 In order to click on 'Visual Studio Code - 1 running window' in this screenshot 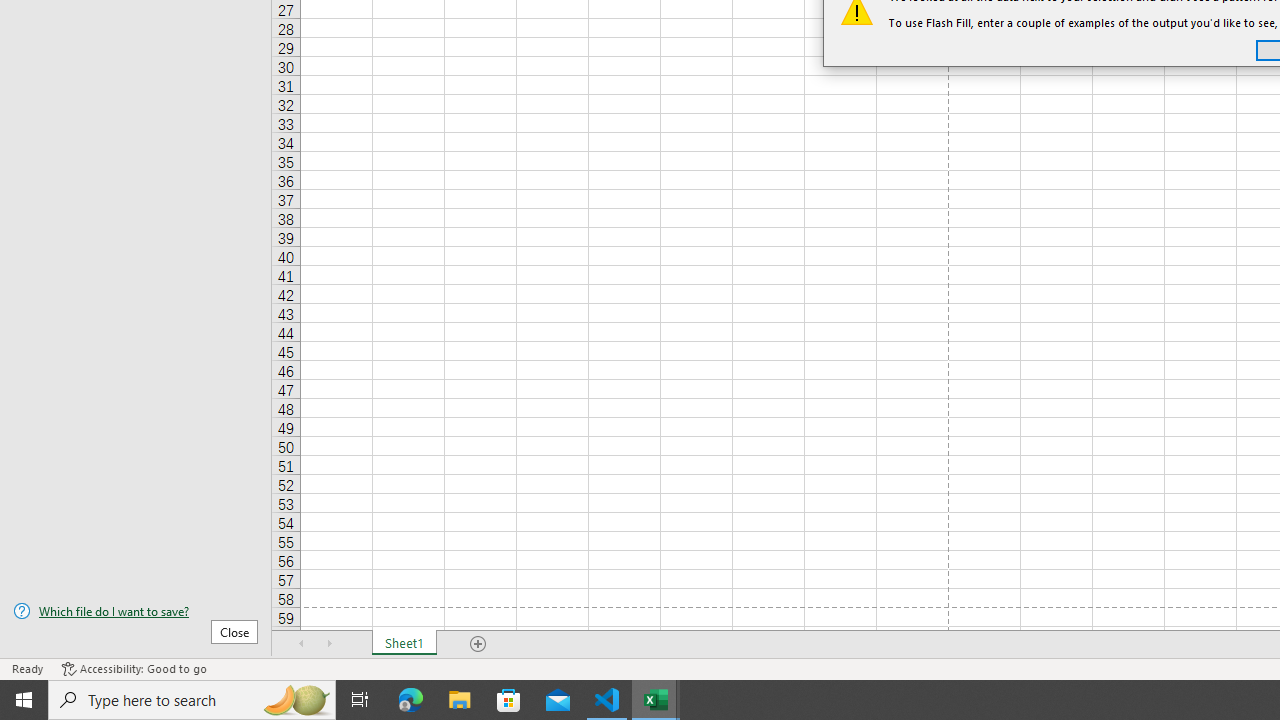, I will do `click(606, 698)`.